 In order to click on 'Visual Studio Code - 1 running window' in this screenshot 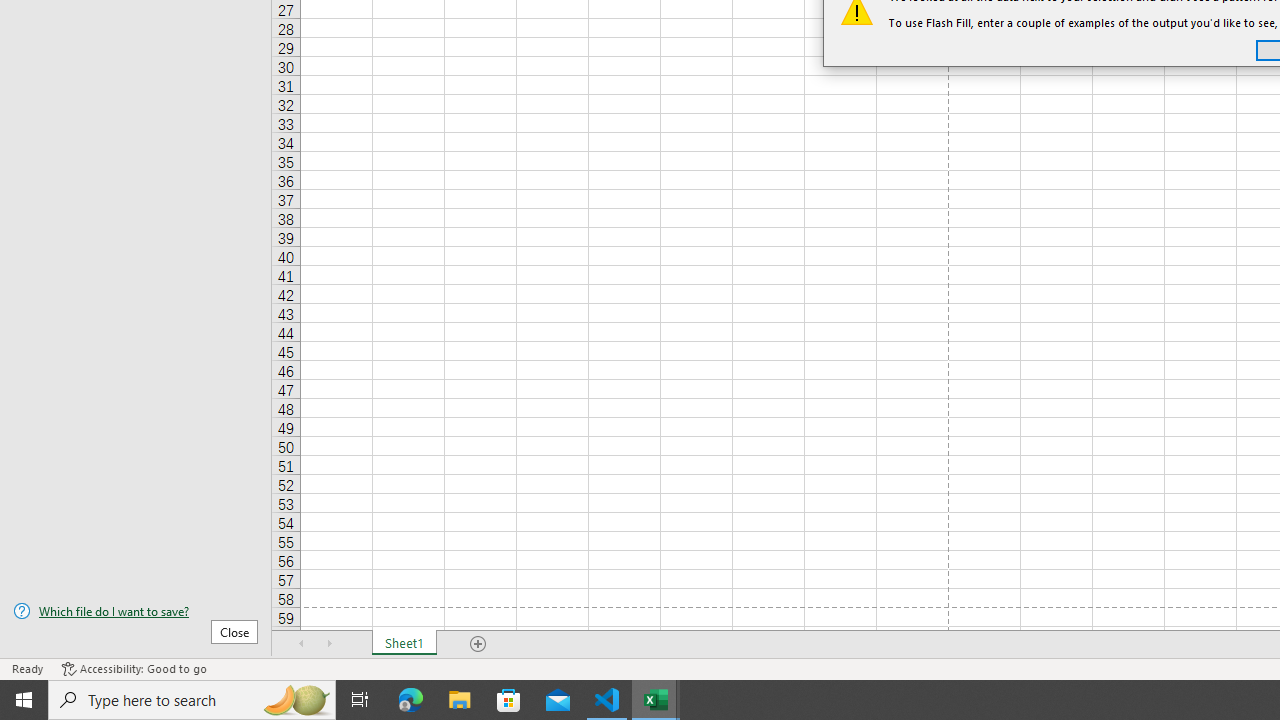, I will do `click(606, 698)`.